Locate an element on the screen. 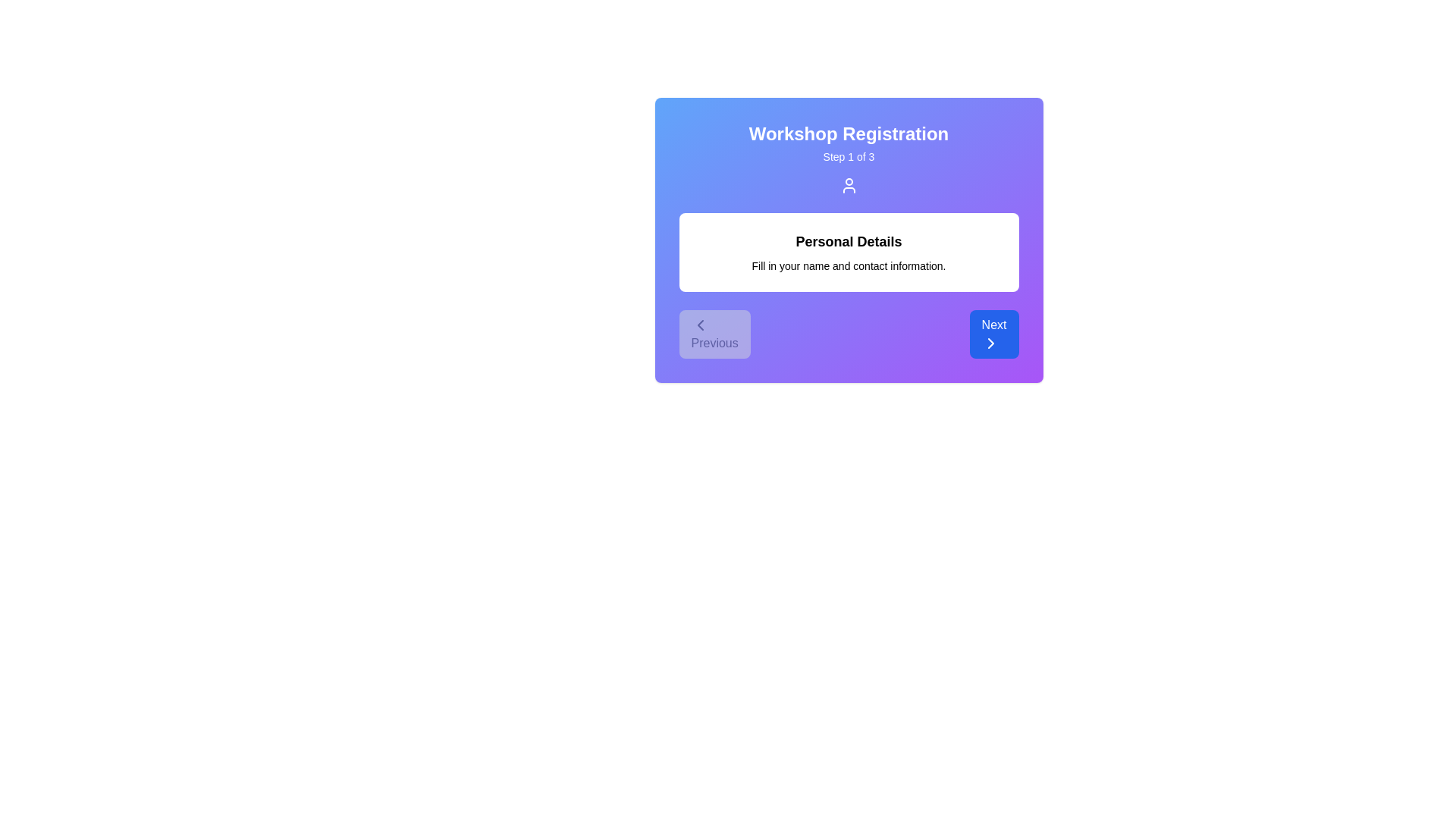 This screenshot has width=1456, height=819. the Chevron Left icon located within the 'Previous' button in the lower-left section of the registration form is located at coordinates (699, 324).